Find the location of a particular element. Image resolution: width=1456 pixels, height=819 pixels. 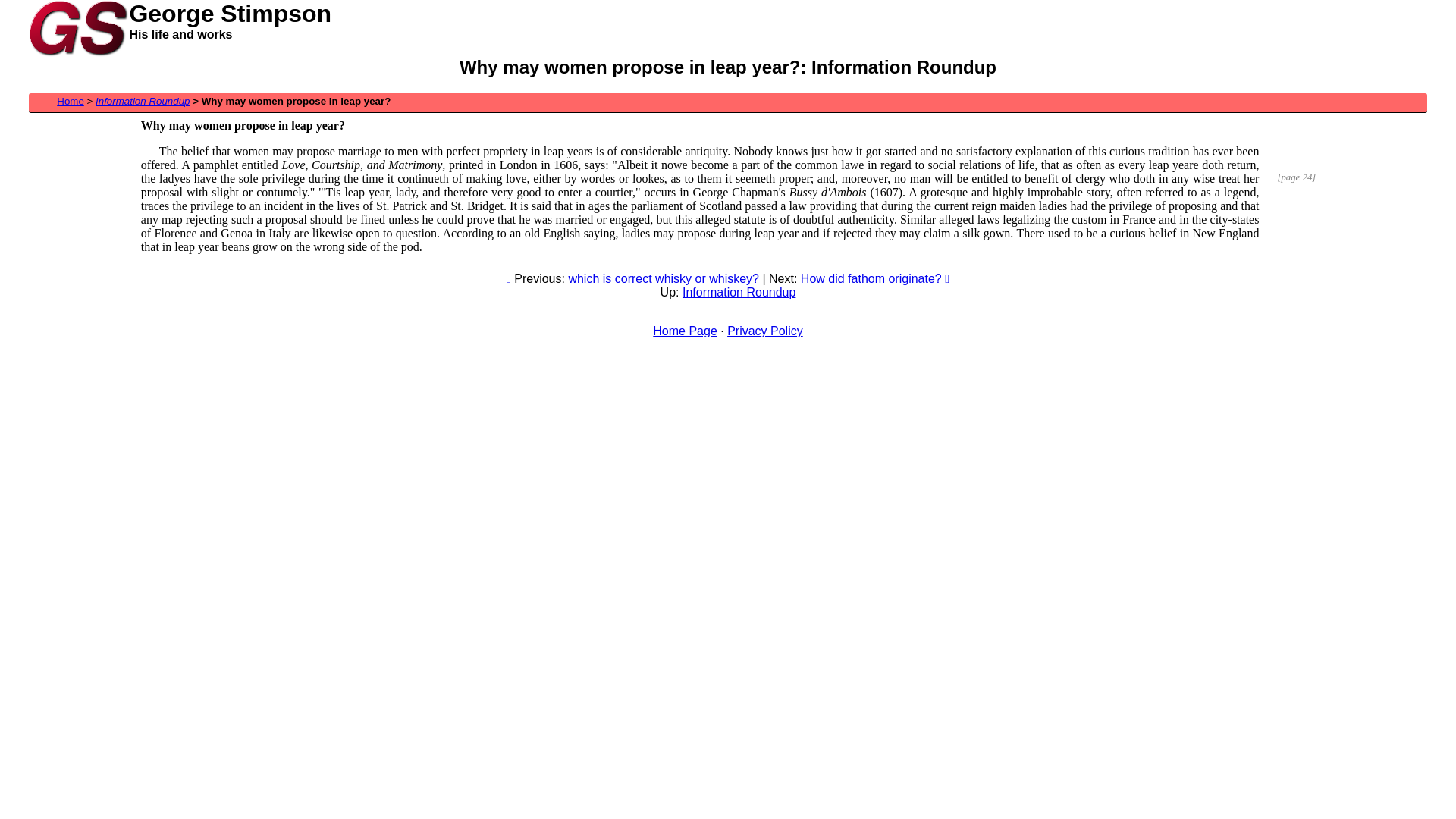

'Privacy Policy' is located at coordinates (726, 330).